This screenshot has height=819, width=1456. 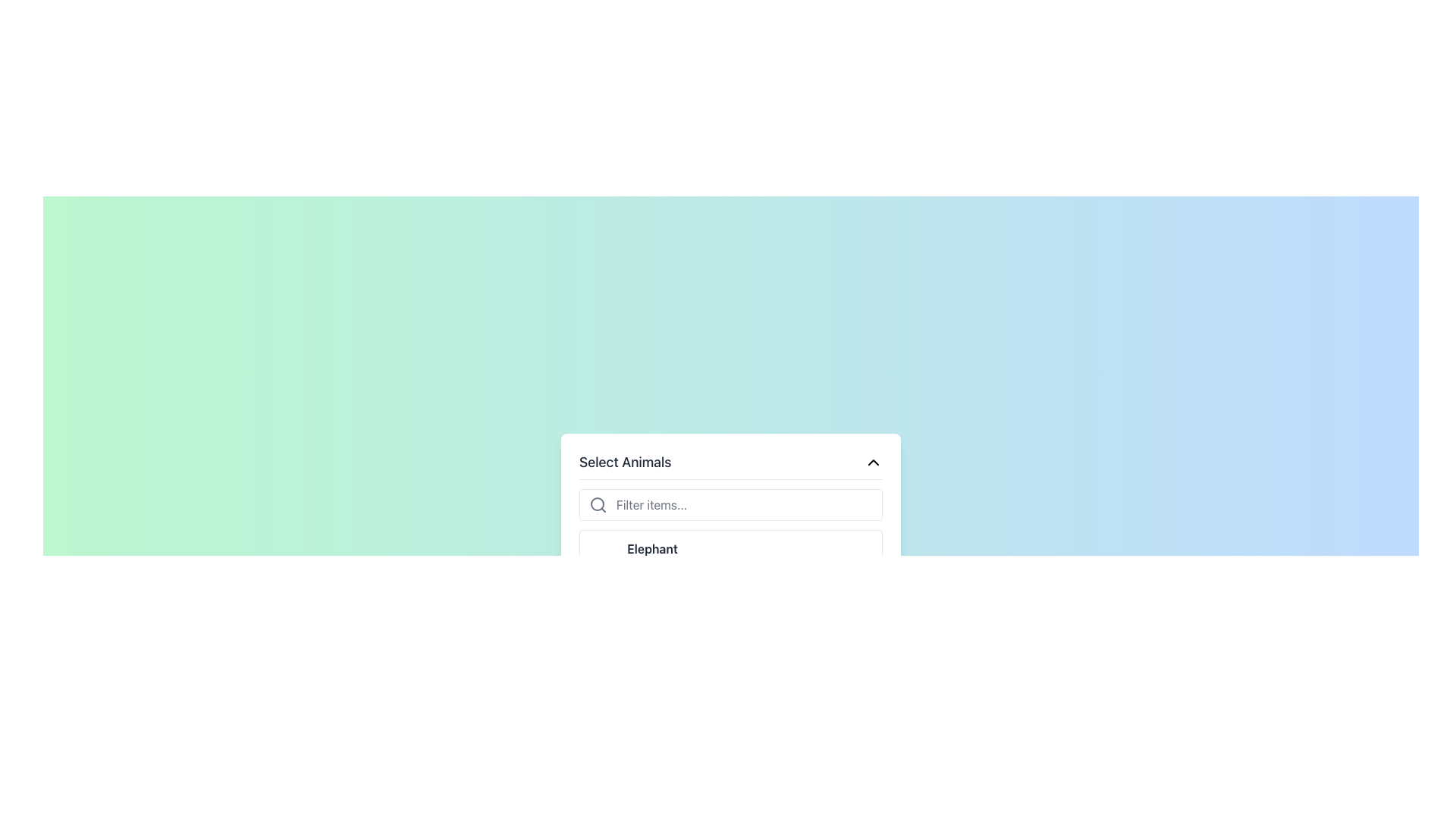 What do you see at coordinates (652, 548) in the screenshot?
I see `text content of the 'Elephant' label located in the 'Select Animals' dropdown, which is styled with a bold, dark gray font` at bounding box center [652, 548].